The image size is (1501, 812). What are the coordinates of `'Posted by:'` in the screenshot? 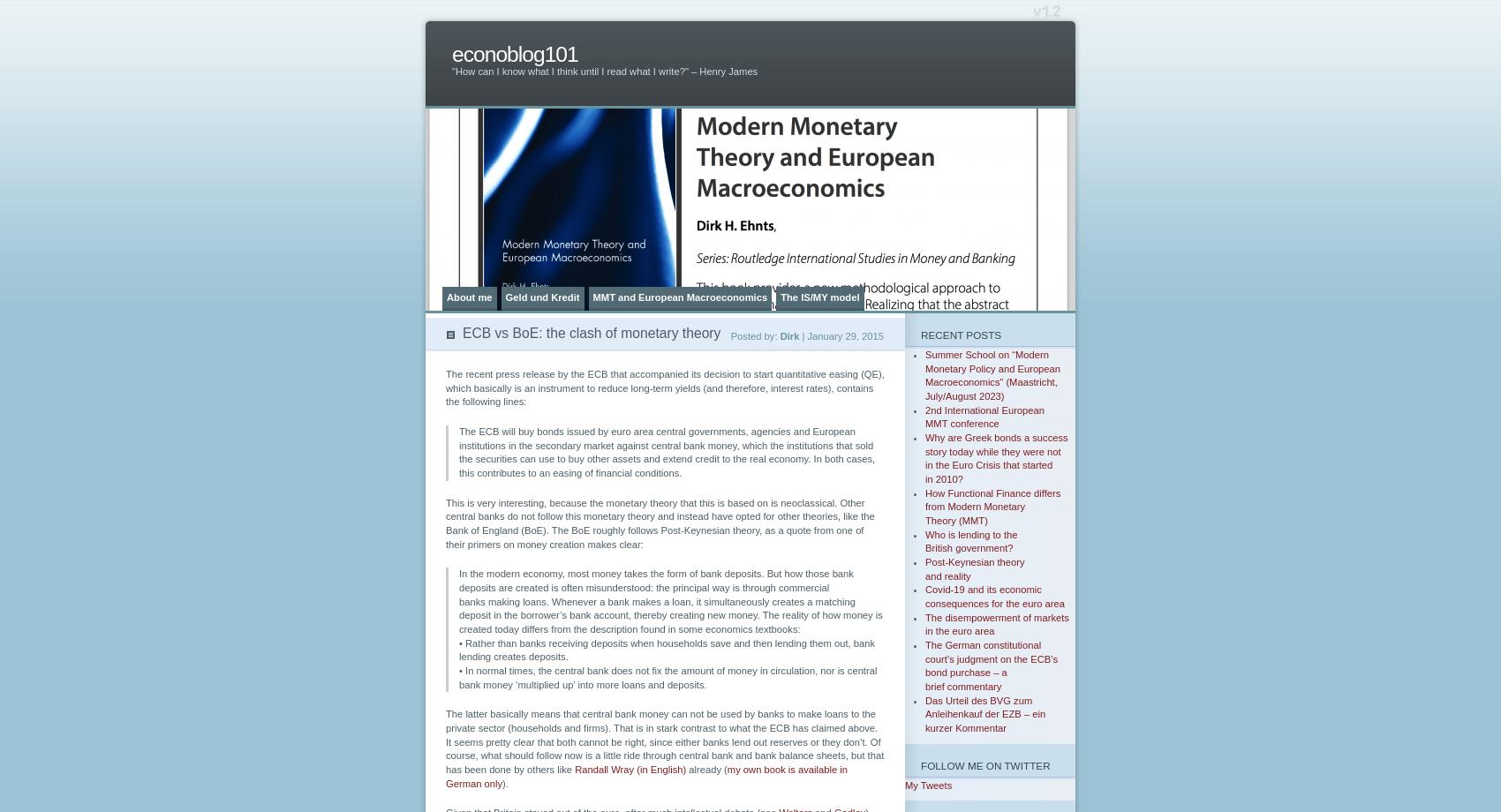 It's located at (754, 335).